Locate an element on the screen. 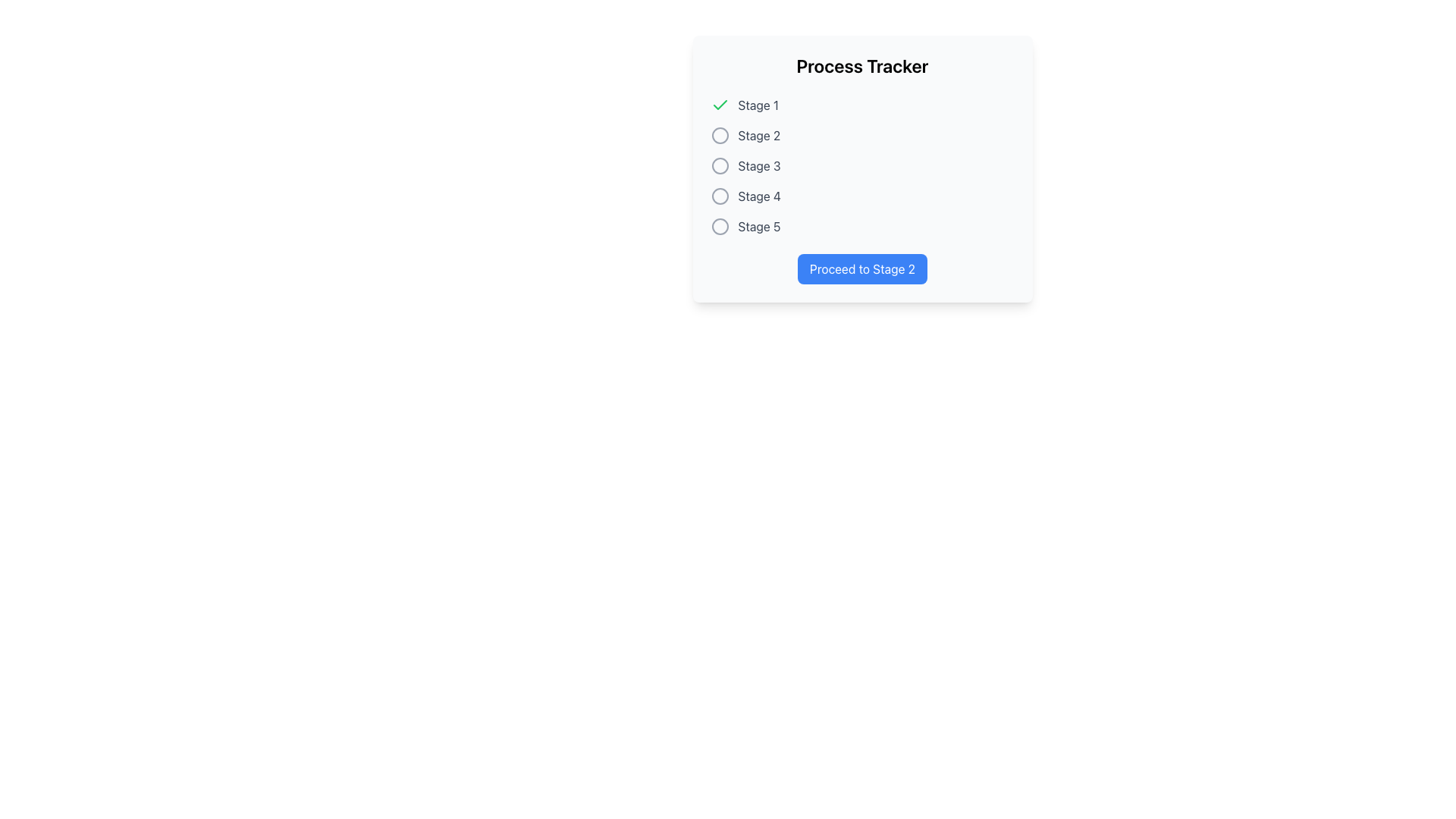 Image resolution: width=1456 pixels, height=819 pixels. the 'Stage 1' text label, which is gray and positioned to the right of a green check icon indicating the completion of the stage is located at coordinates (758, 104).